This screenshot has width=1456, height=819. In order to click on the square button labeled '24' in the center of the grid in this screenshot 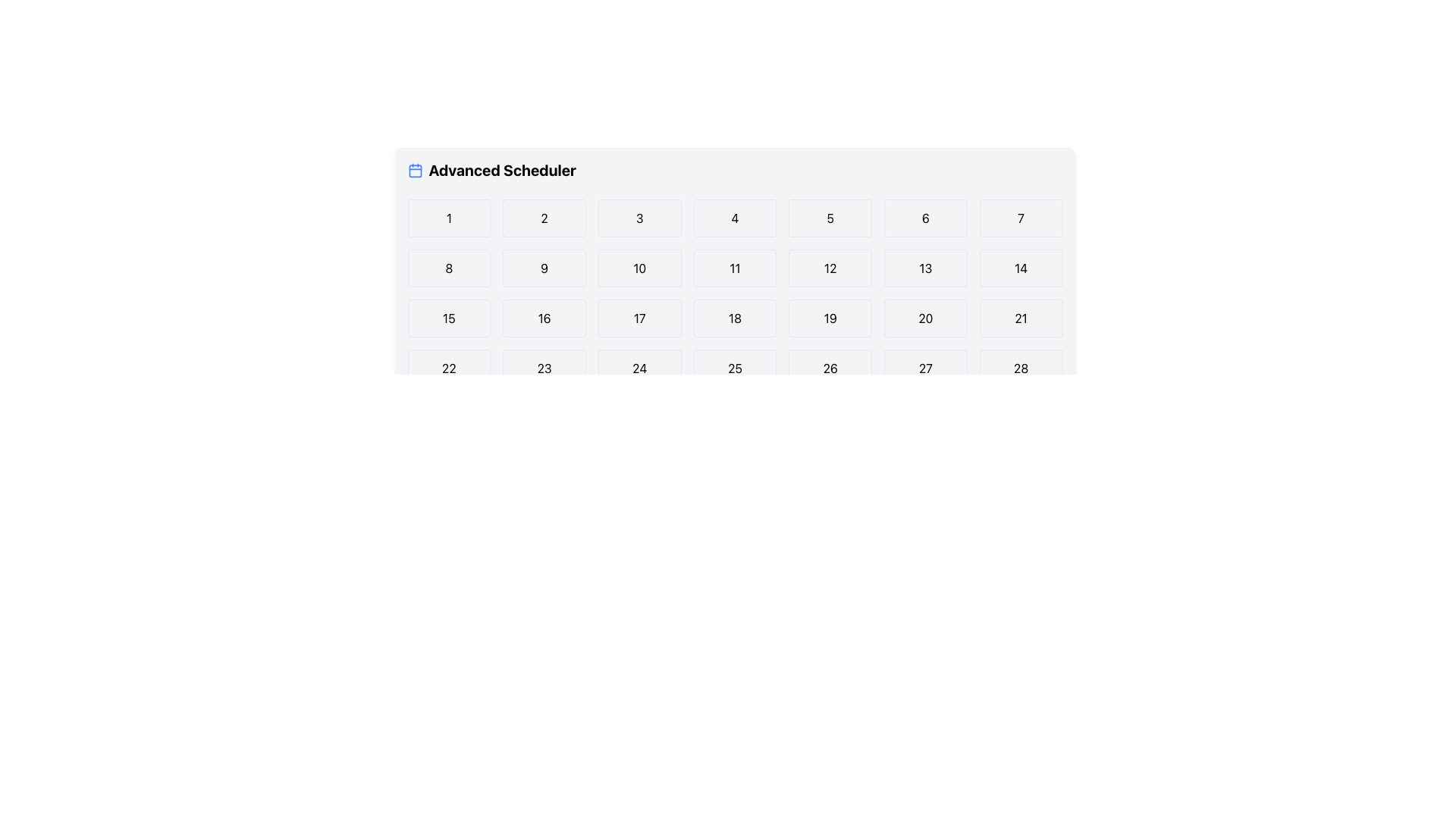, I will do `click(639, 369)`.